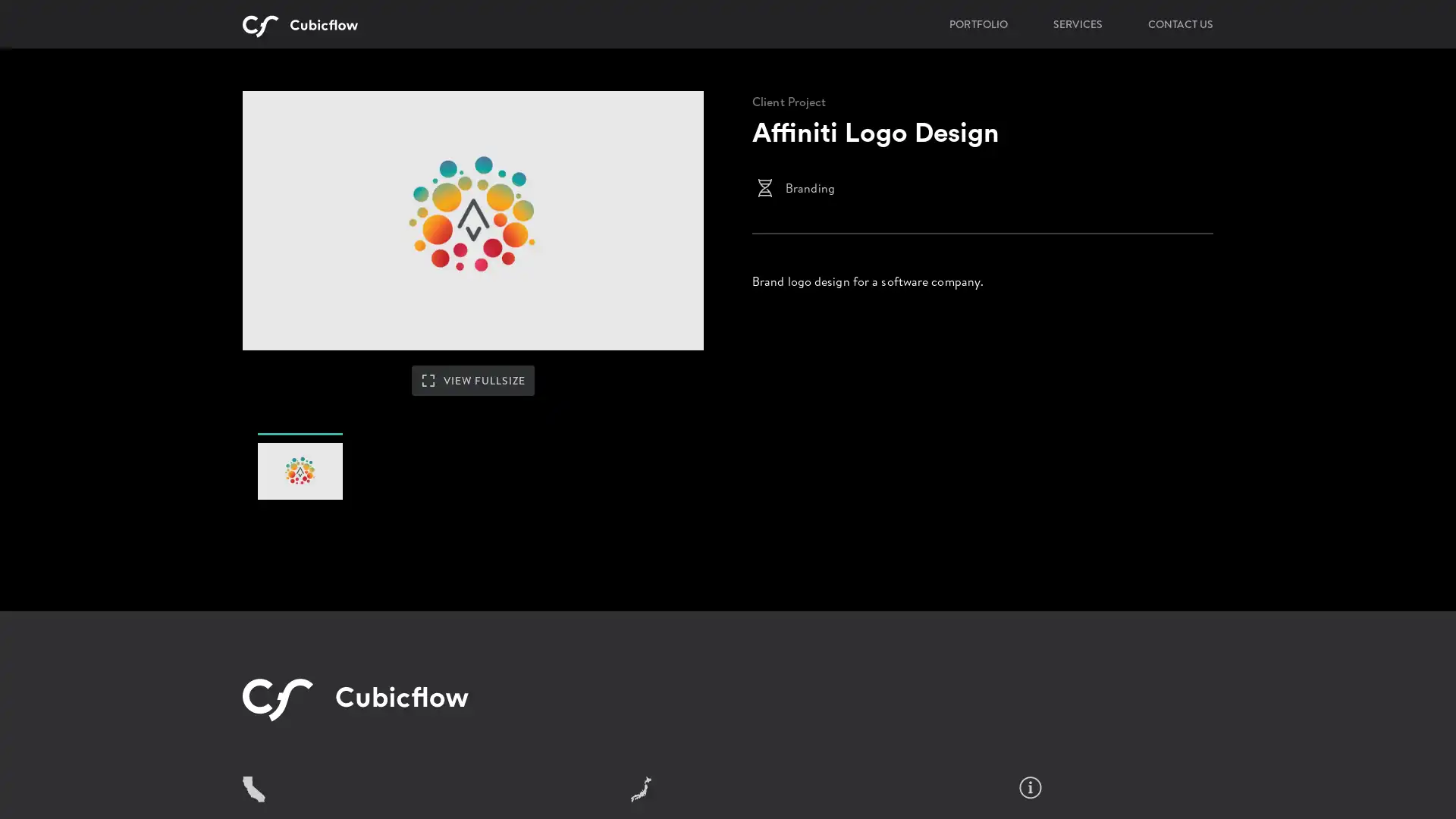 The height and width of the screenshot is (819, 1456). What do you see at coordinates (472, 428) in the screenshot?
I see `VIEW FULLSIZE` at bounding box center [472, 428].